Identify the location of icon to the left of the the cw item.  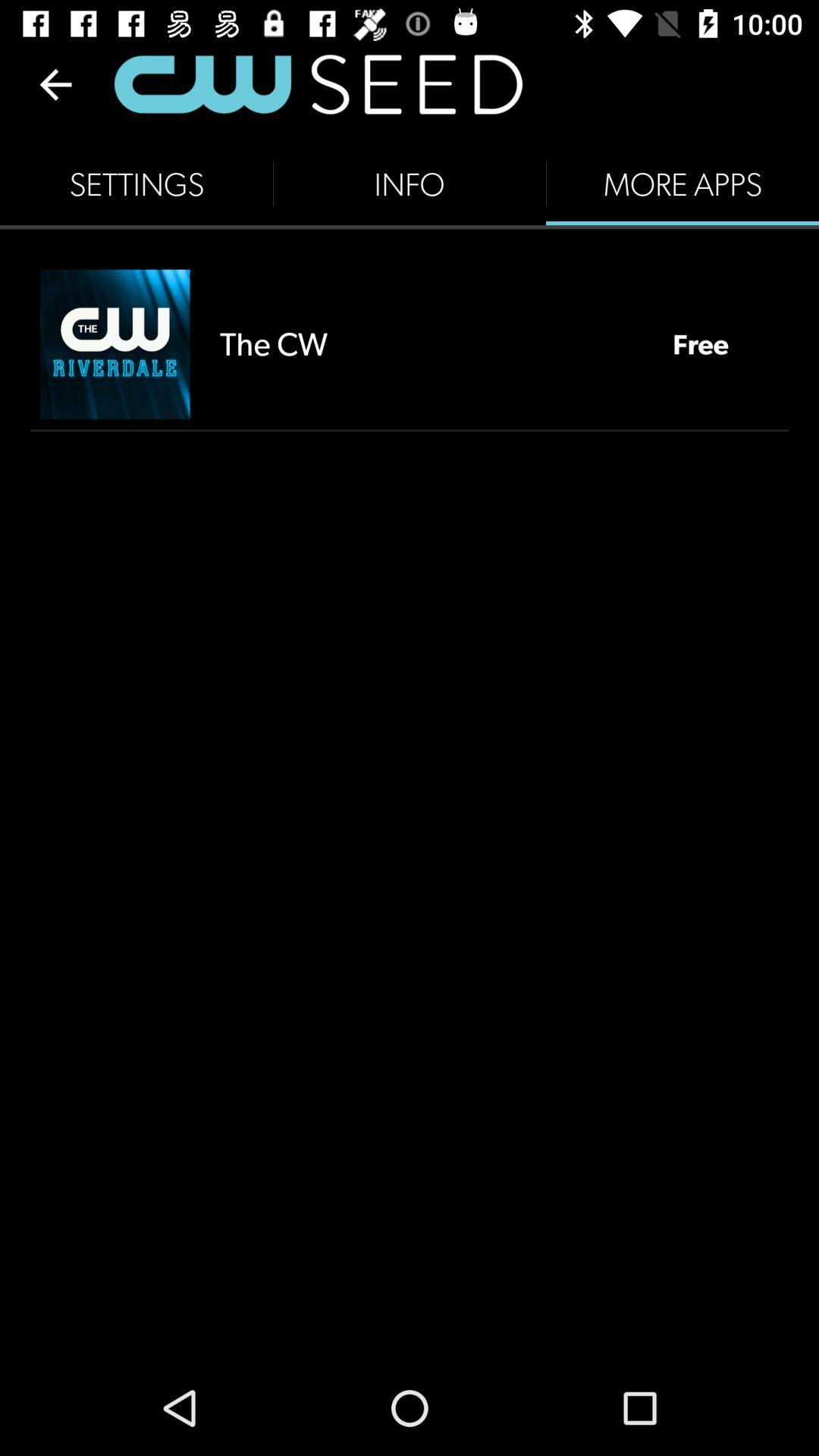
(114, 344).